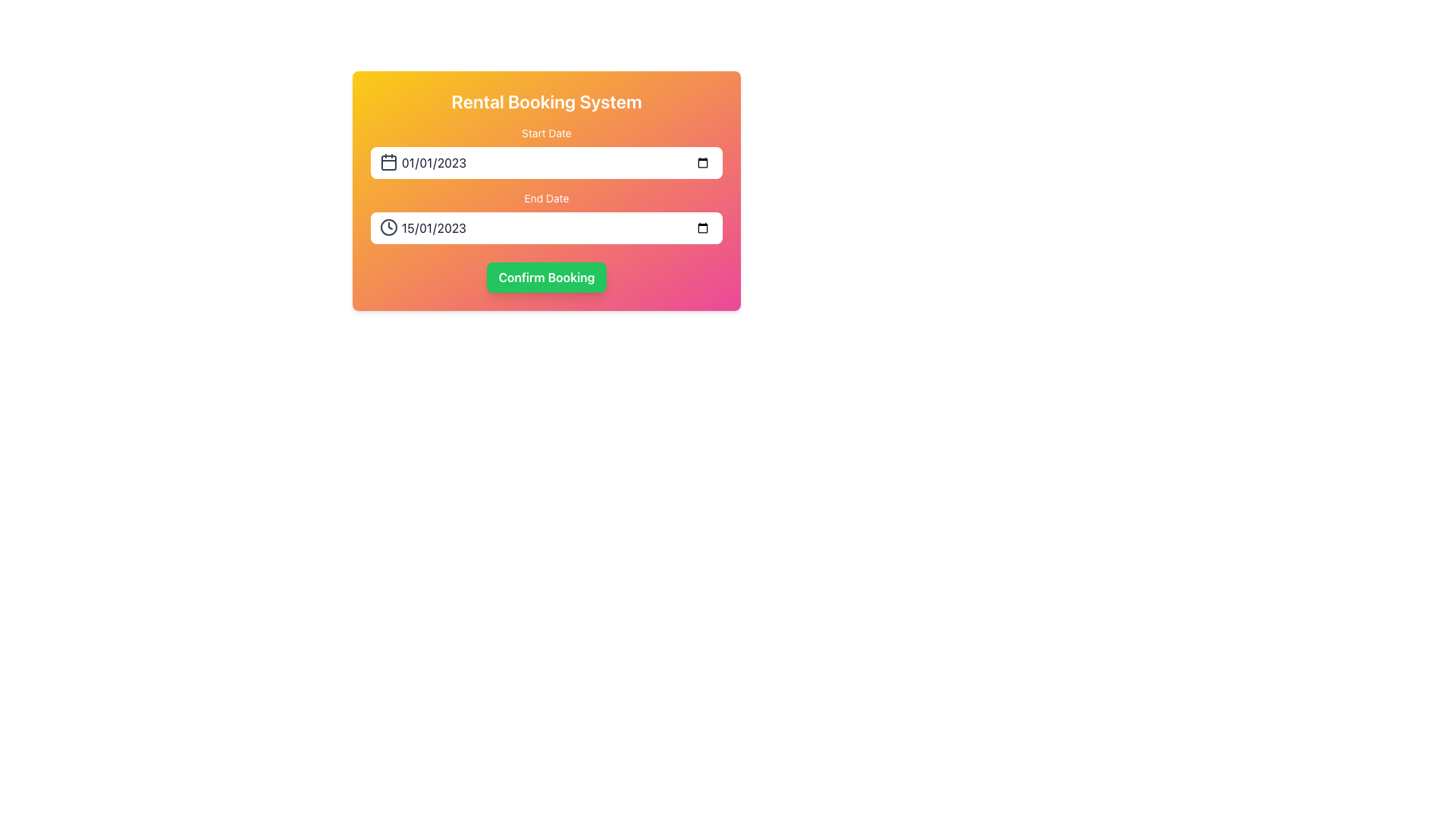 Image resolution: width=1456 pixels, height=819 pixels. Describe the element at coordinates (389, 162) in the screenshot. I see `the calendar icon located at the leftmost side of the 'Start Date' input field, which aids in selecting a date` at that location.